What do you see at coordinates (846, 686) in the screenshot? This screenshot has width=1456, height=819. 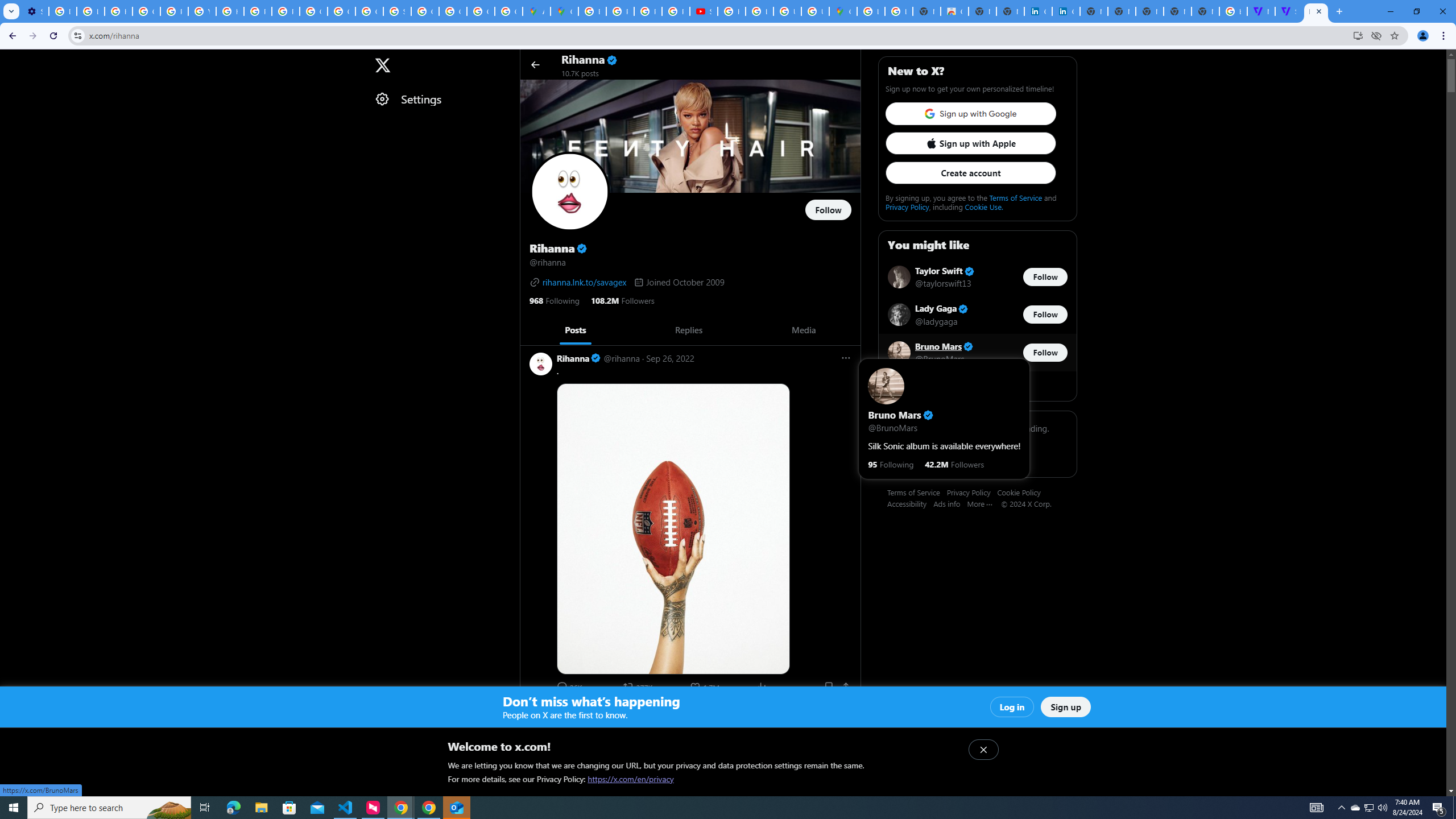 I see `'Share post'` at bounding box center [846, 686].